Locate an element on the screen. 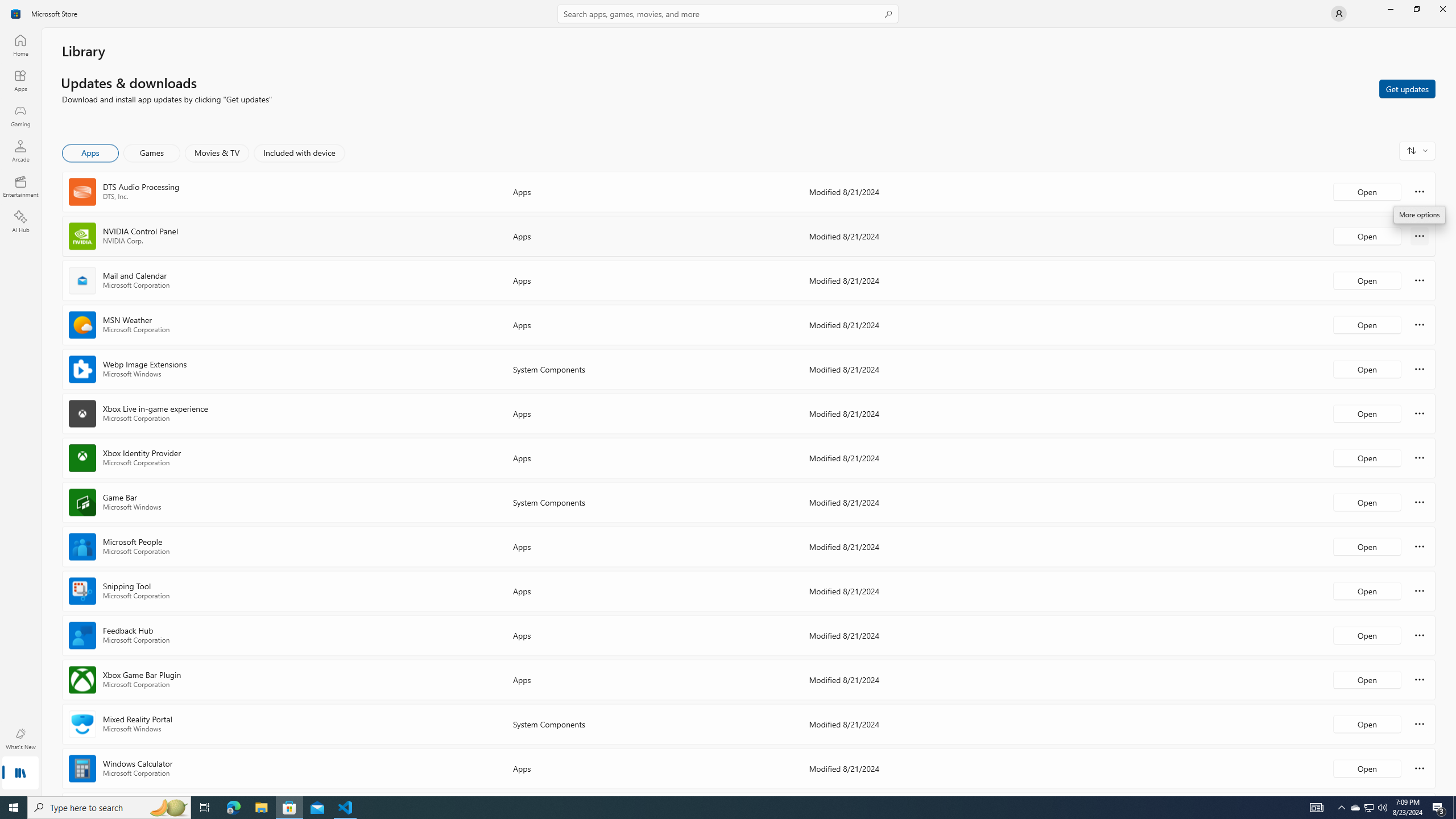 The height and width of the screenshot is (819, 1456). 'Arcade' is located at coordinates (19, 150).